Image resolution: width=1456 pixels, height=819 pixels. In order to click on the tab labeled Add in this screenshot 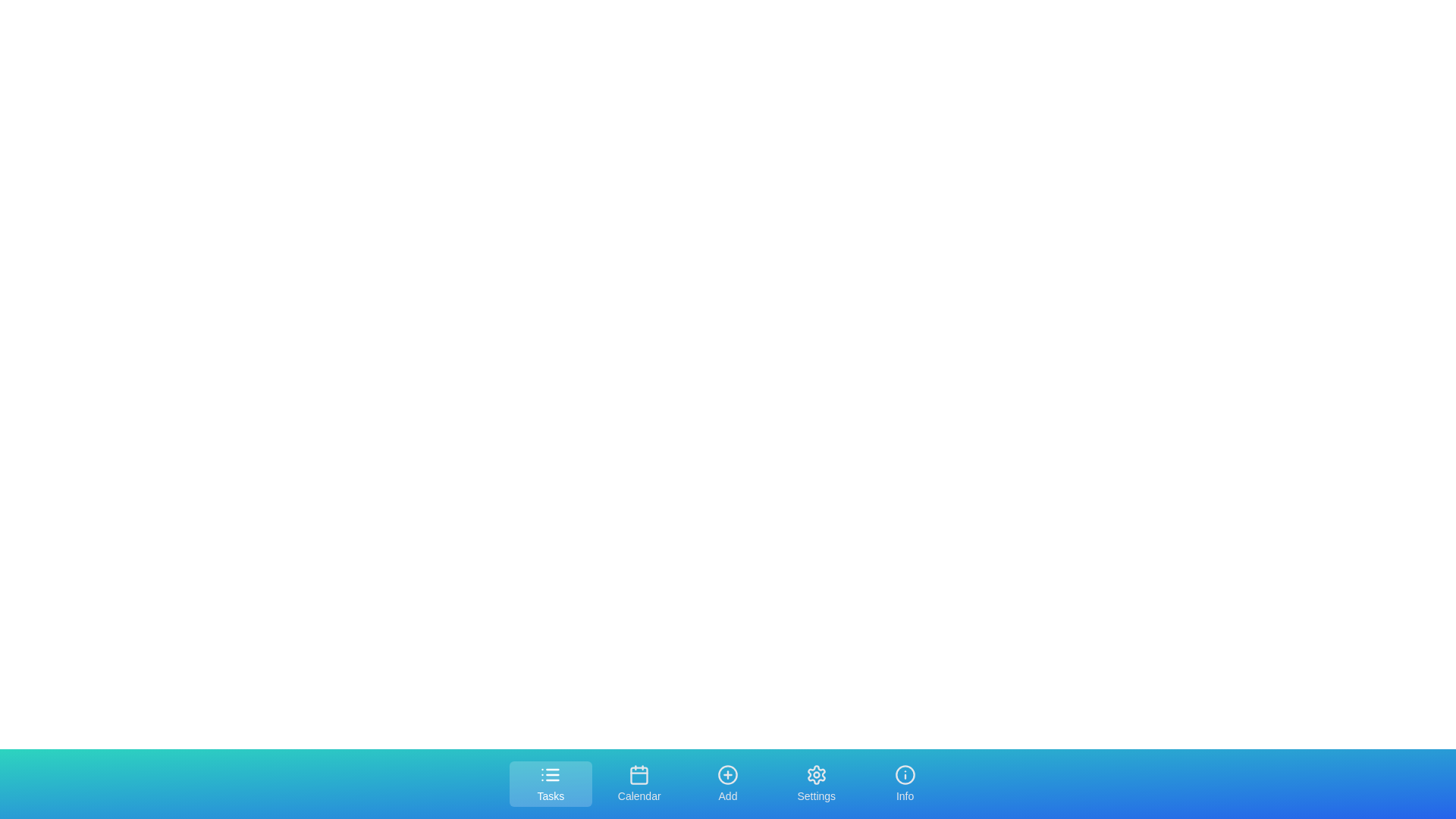, I will do `click(728, 783)`.